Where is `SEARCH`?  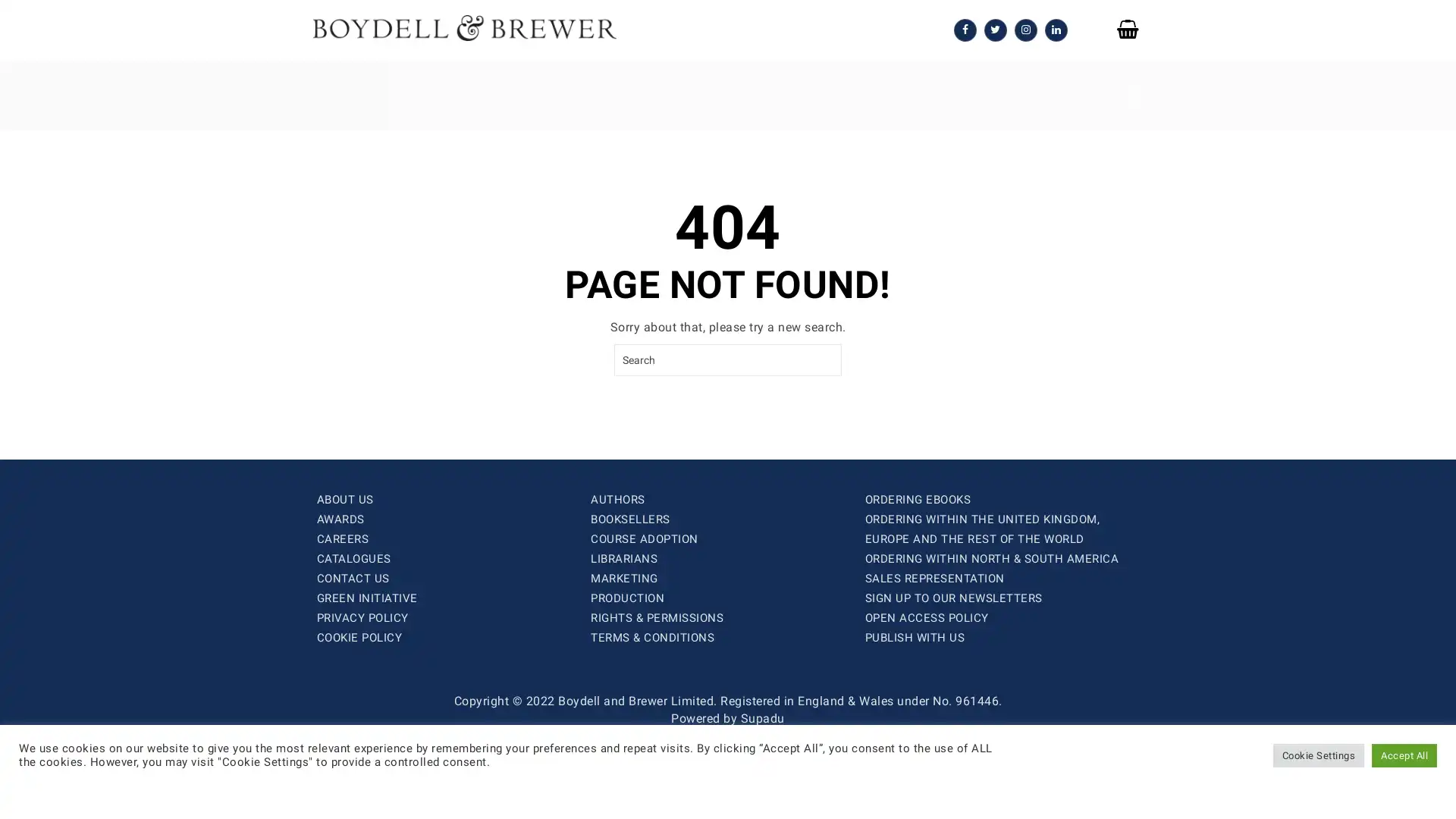
SEARCH is located at coordinates (1099, 84).